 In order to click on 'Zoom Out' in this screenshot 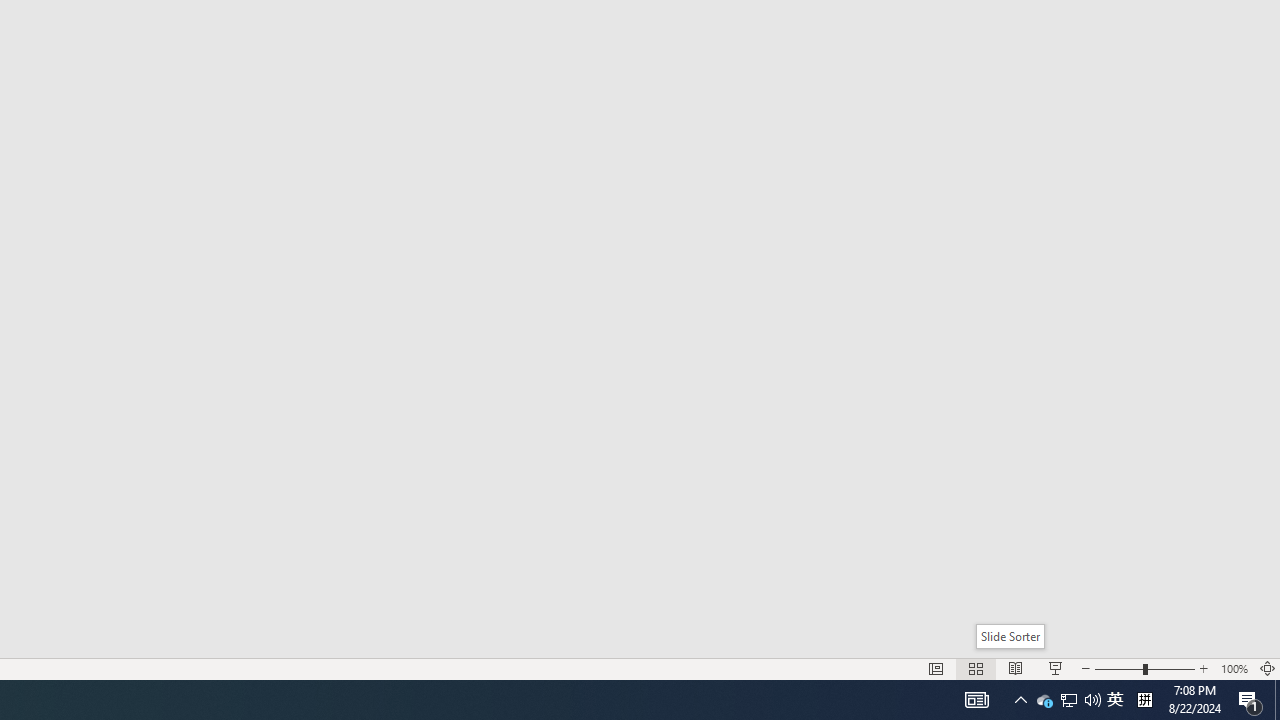, I will do `click(1117, 669)`.